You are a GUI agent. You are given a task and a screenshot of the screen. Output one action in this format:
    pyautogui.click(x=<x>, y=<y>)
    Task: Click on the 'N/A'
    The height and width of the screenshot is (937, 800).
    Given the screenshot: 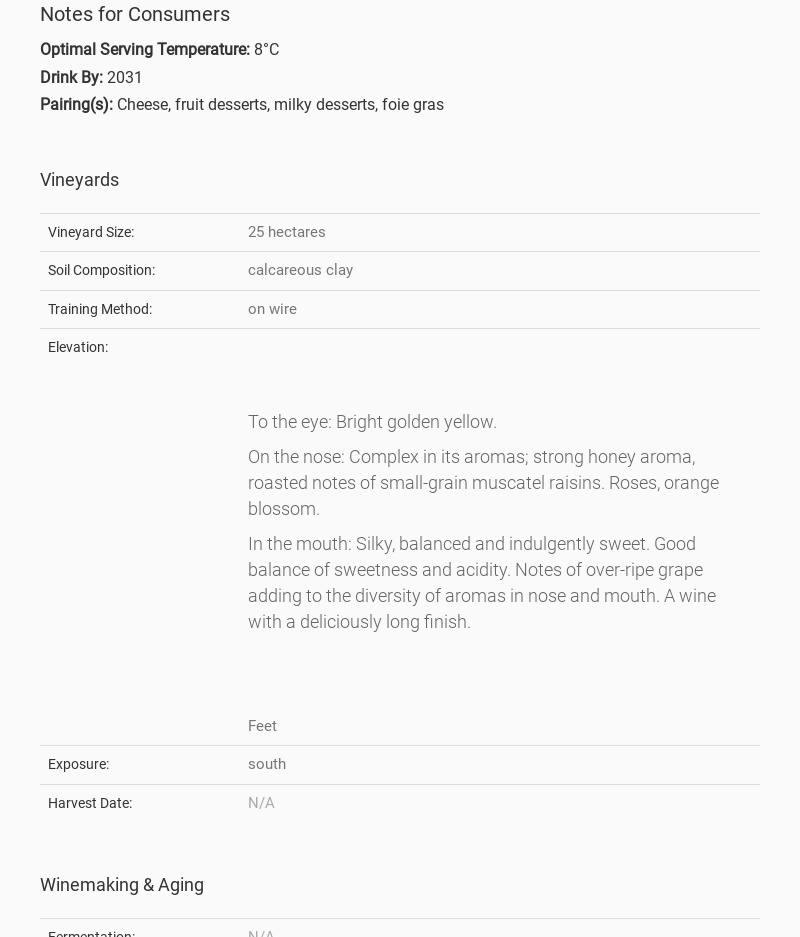 What is the action you would take?
    pyautogui.click(x=260, y=800)
    